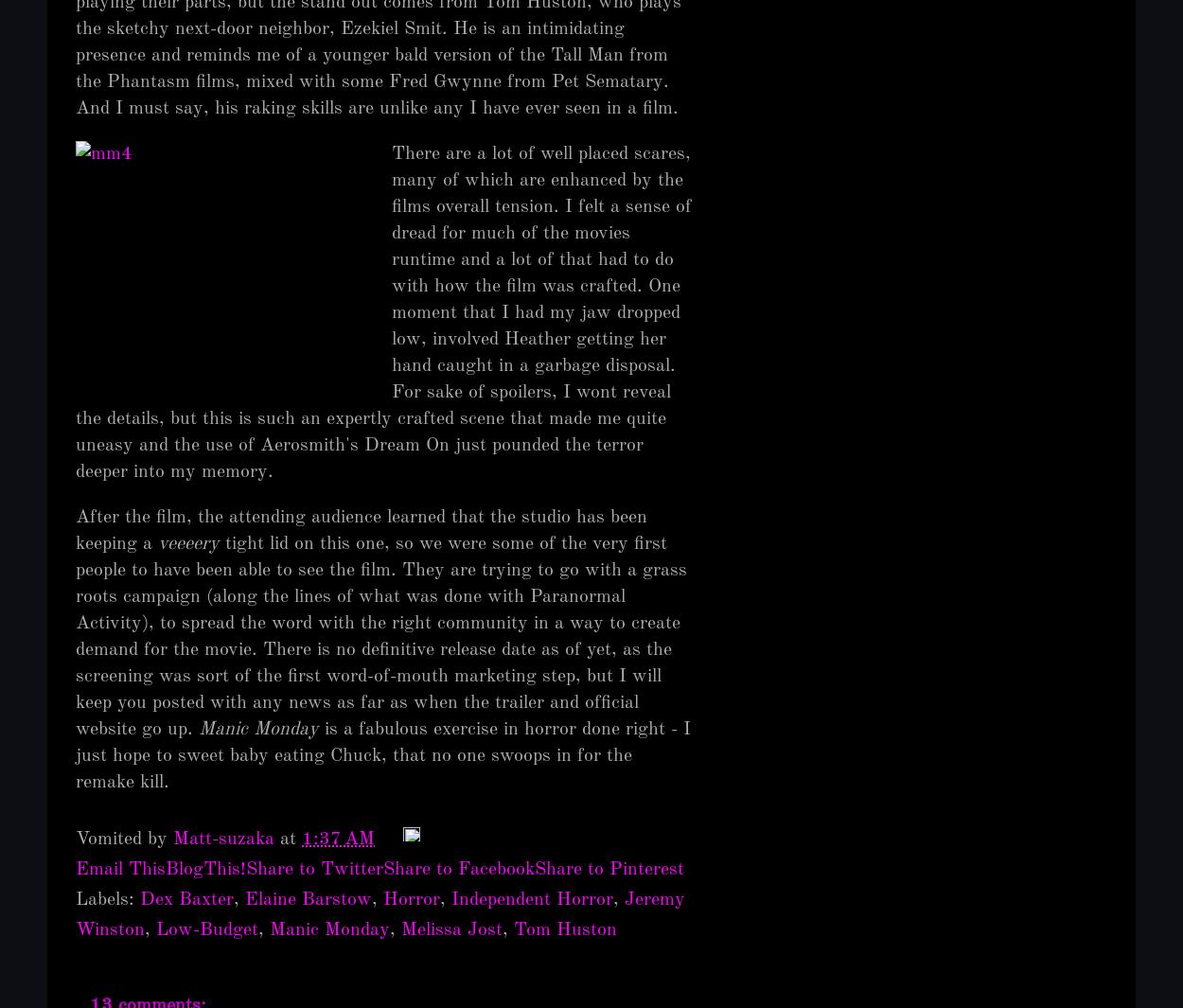 The height and width of the screenshot is (1008, 1183). I want to click on 'Low-Budget', so click(206, 929).